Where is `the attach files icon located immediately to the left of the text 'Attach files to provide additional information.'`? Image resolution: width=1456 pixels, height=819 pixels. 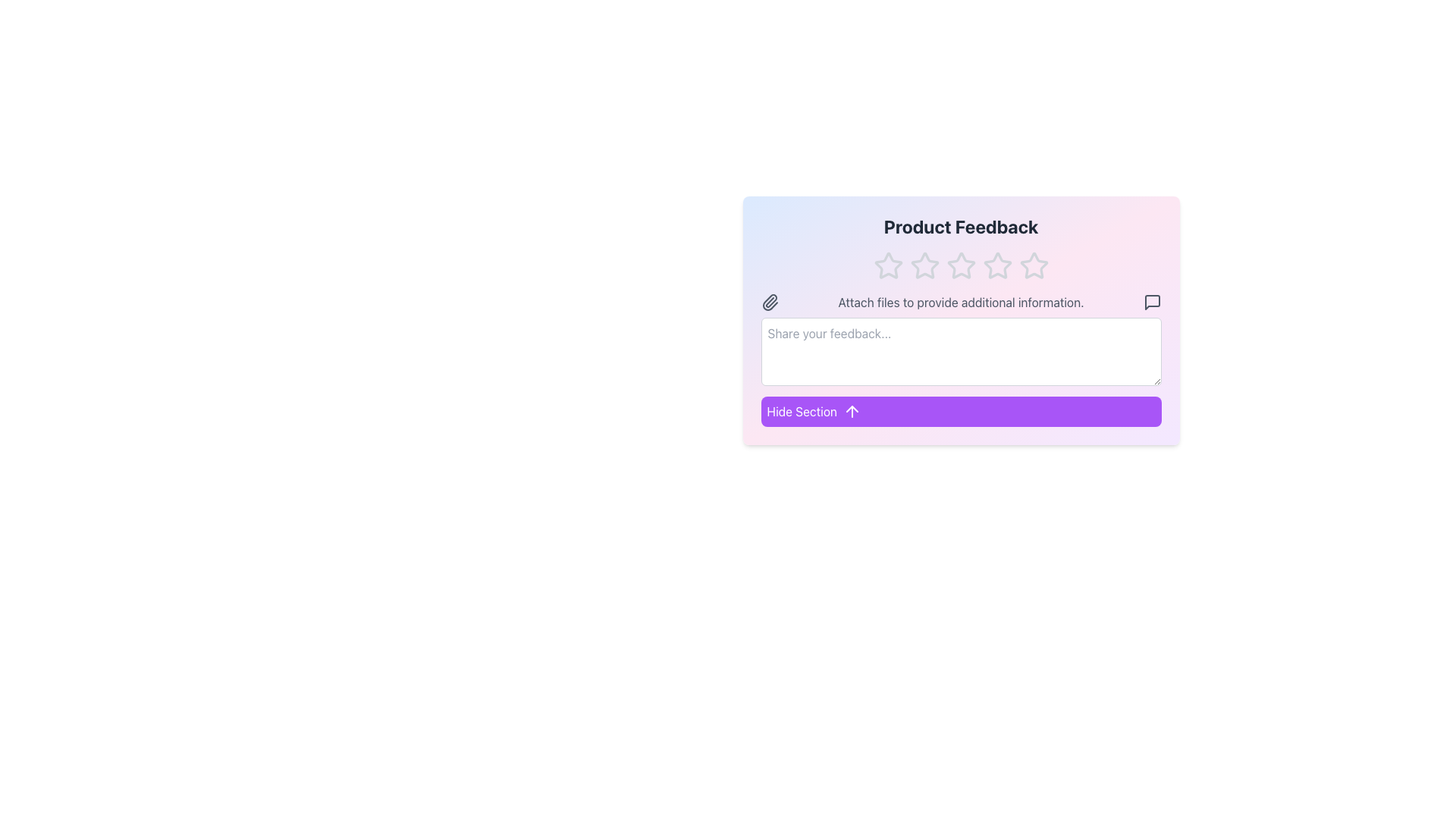 the attach files icon located immediately to the left of the text 'Attach files to provide additional information.' is located at coordinates (770, 302).